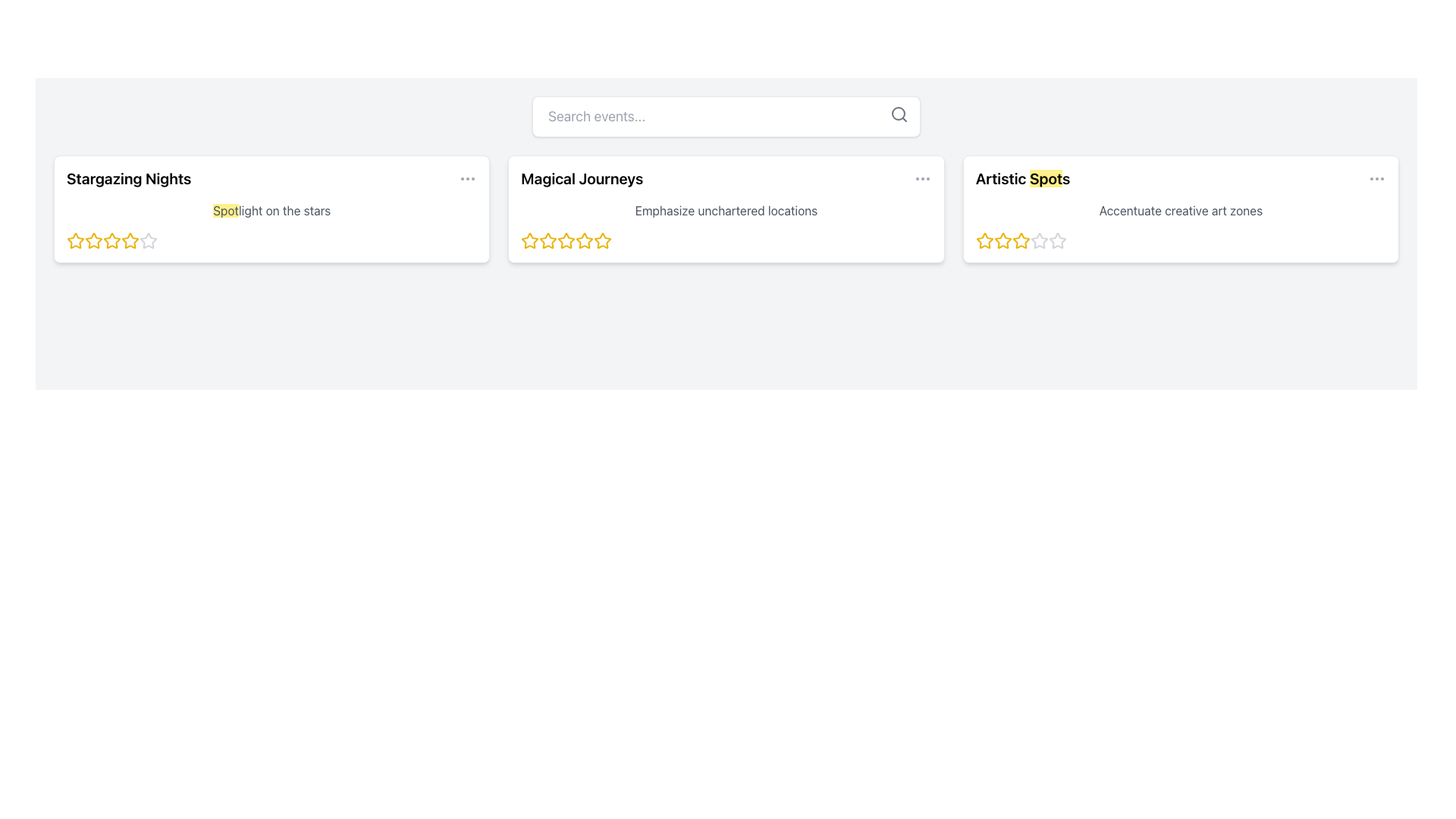  I want to click on text 'Stargazing Nights' which is prominently displayed as the header in the top-left corner of the card layout, so click(129, 177).